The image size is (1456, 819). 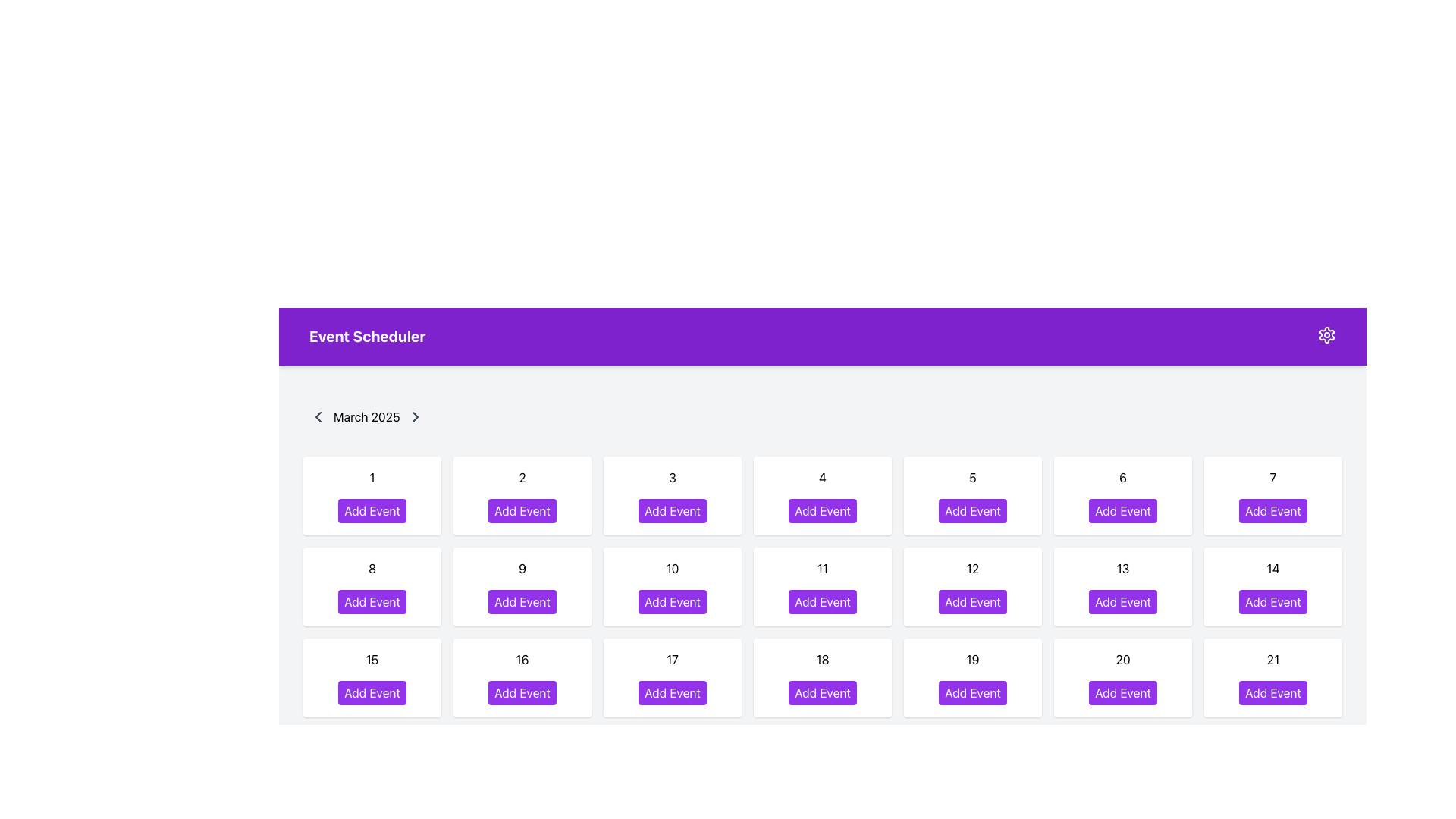 What do you see at coordinates (1123, 601) in the screenshot?
I see `the button located in the bottom part of the grid layout, specifically in row 13` at bounding box center [1123, 601].